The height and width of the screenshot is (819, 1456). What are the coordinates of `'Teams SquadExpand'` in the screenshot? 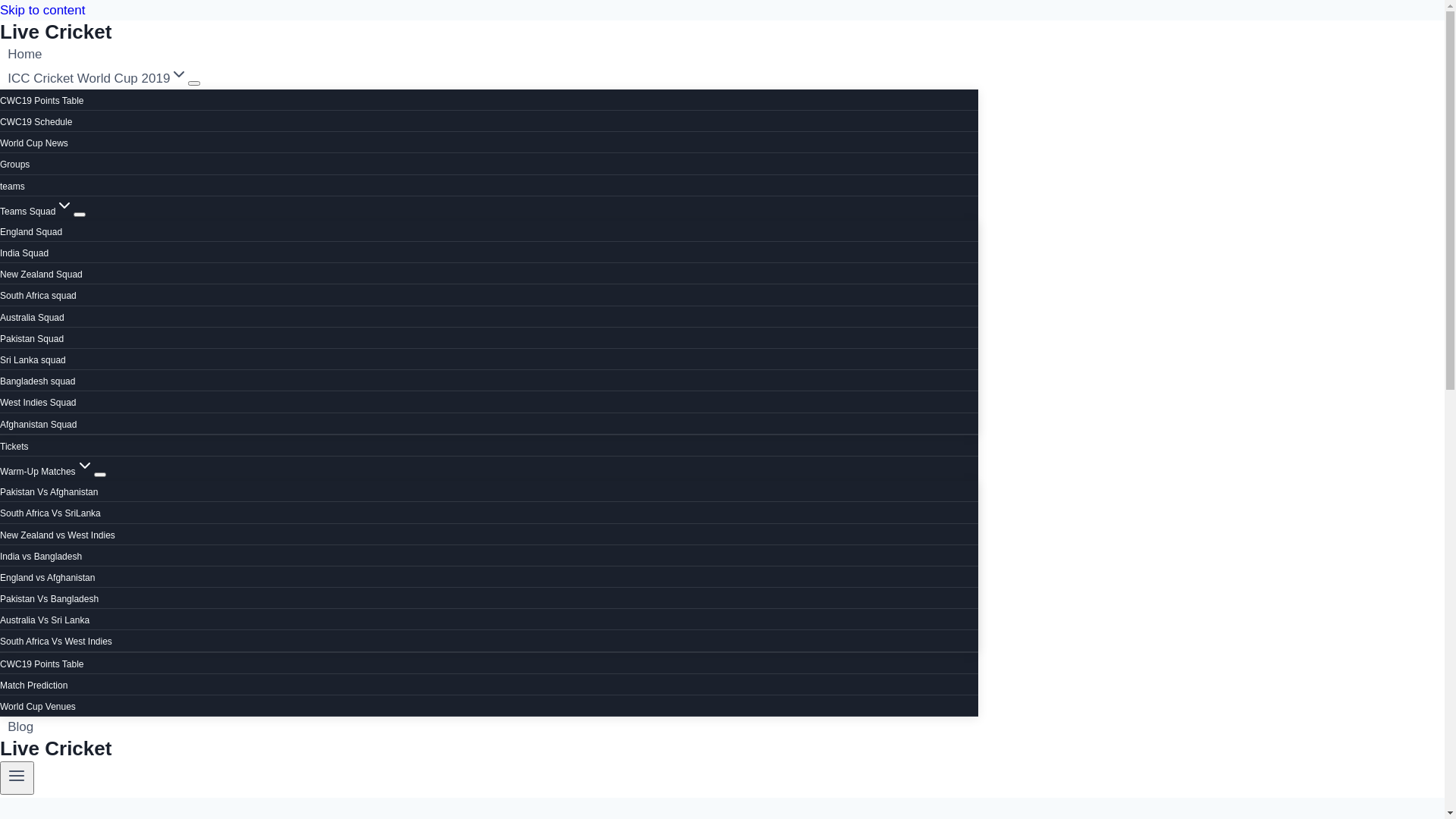 It's located at (36, 211).